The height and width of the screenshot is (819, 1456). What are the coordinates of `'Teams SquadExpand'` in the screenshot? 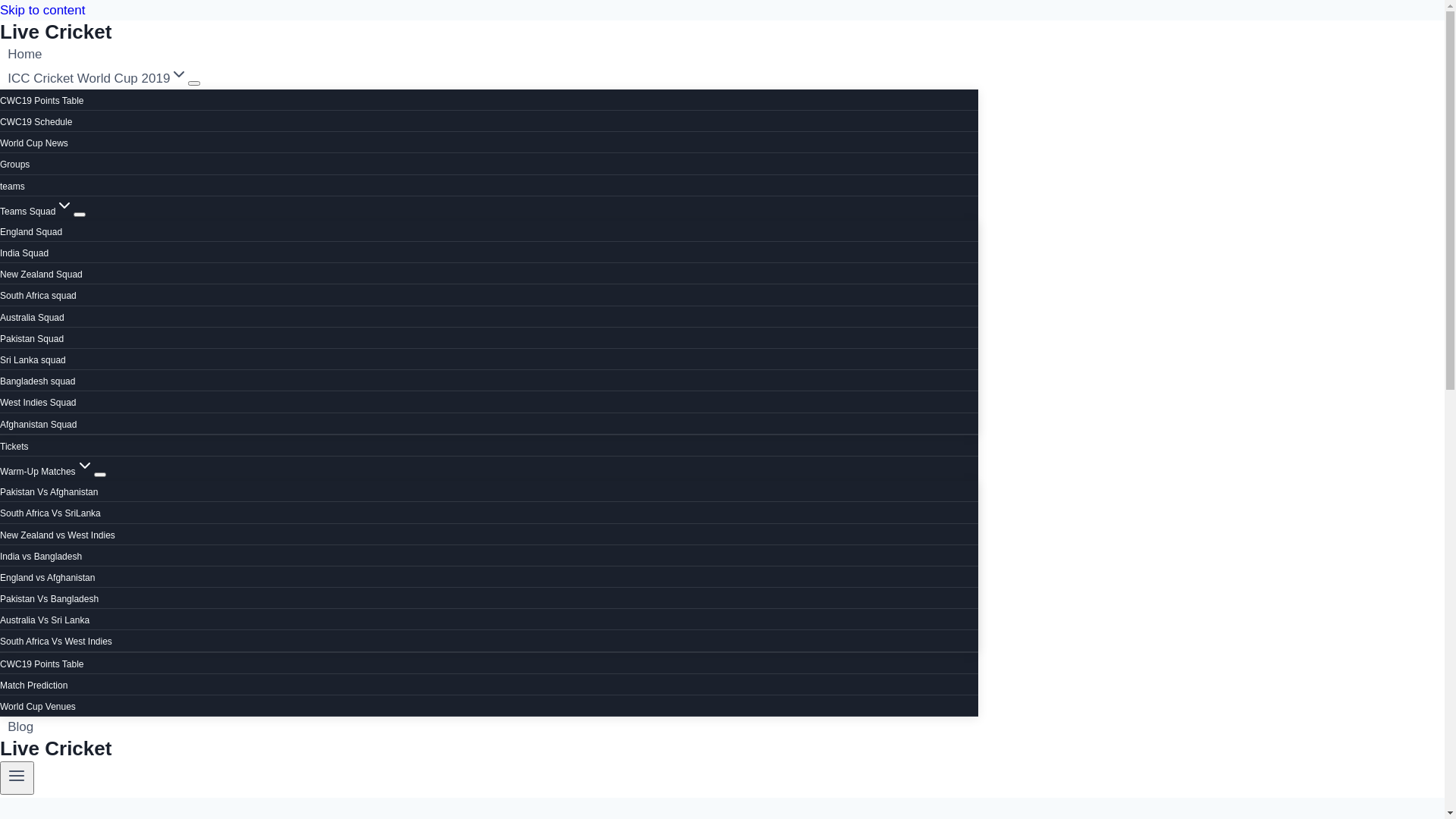 It's located at (36, 211).